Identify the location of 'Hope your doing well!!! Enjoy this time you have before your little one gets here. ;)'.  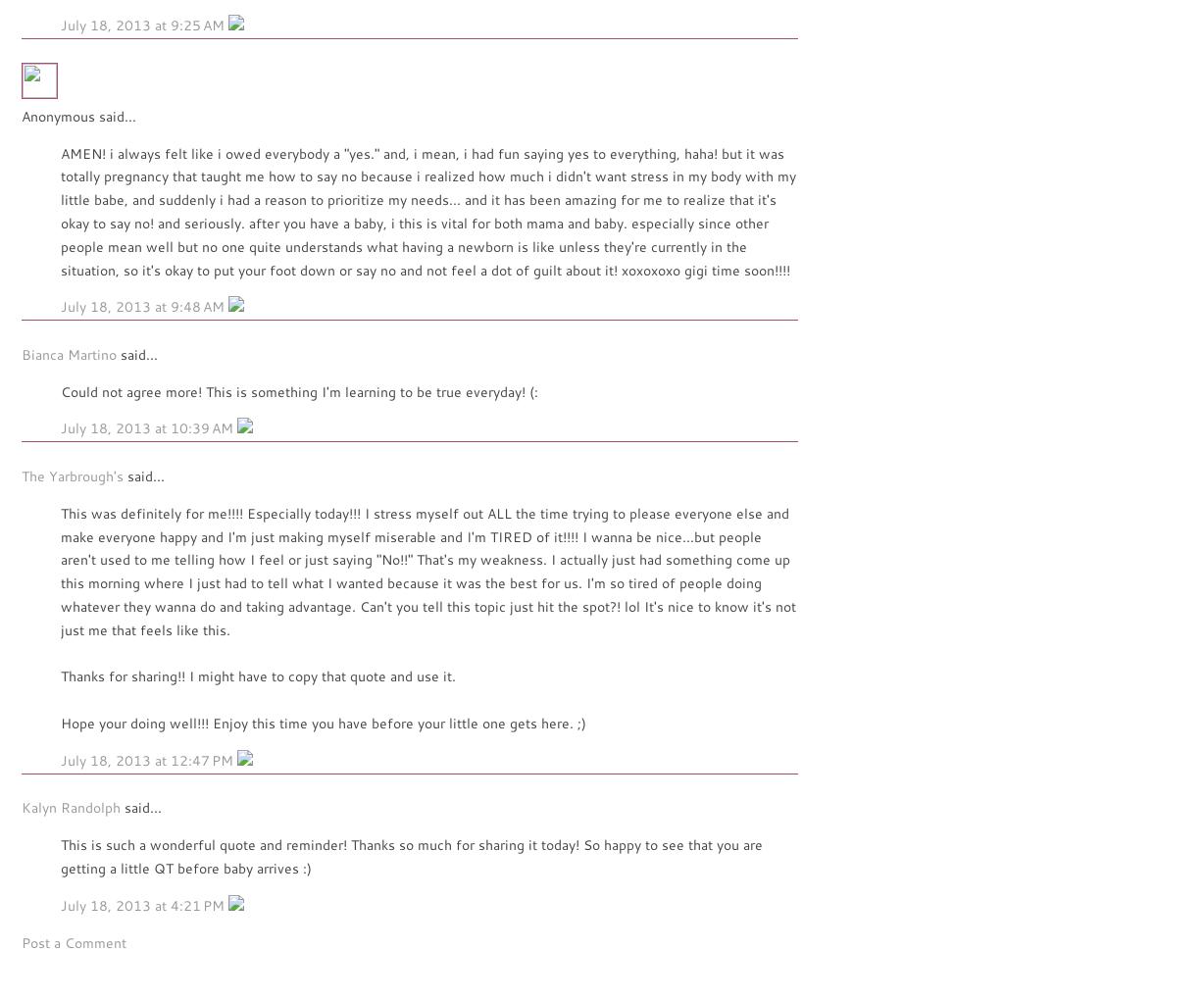
(61, 723).